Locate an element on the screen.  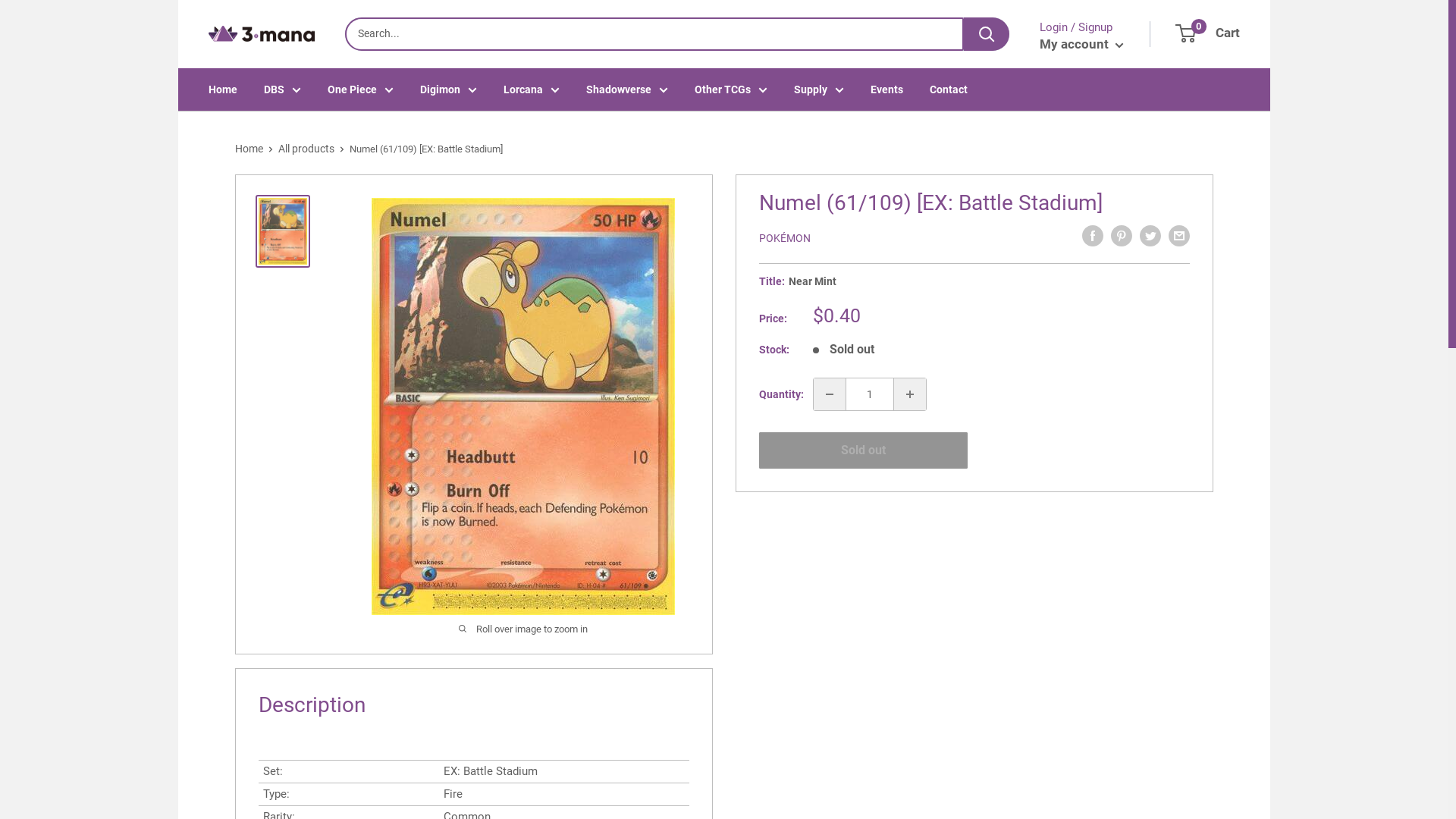
'Other TCGs' is located at coordinates (694, 89).